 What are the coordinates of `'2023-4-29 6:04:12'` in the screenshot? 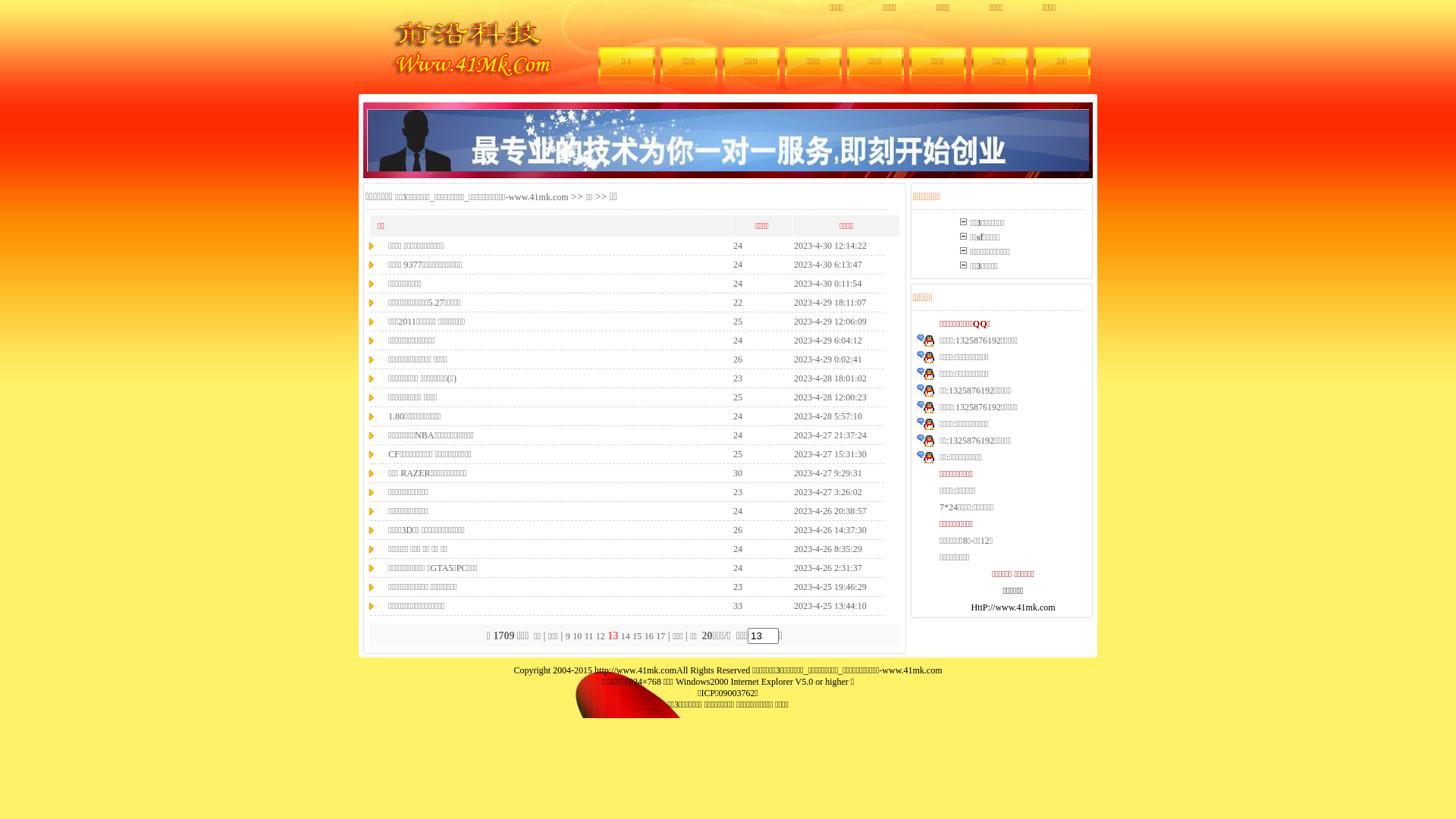 It's located at (827, 339).